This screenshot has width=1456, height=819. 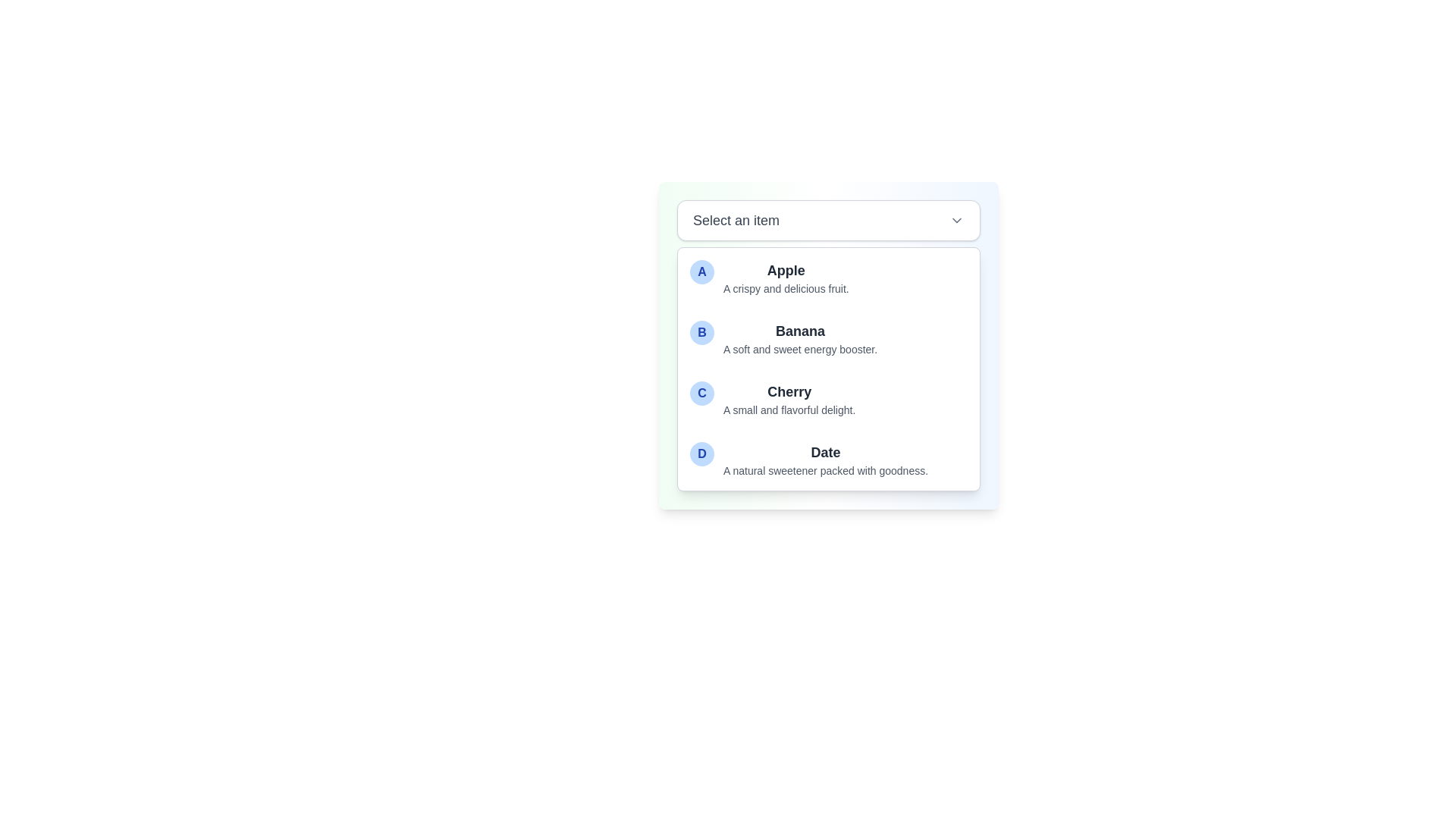 I want to click on the circular marker or badge that represents the 'Apple' item in the first row of the list, so click(x=701, y=271).